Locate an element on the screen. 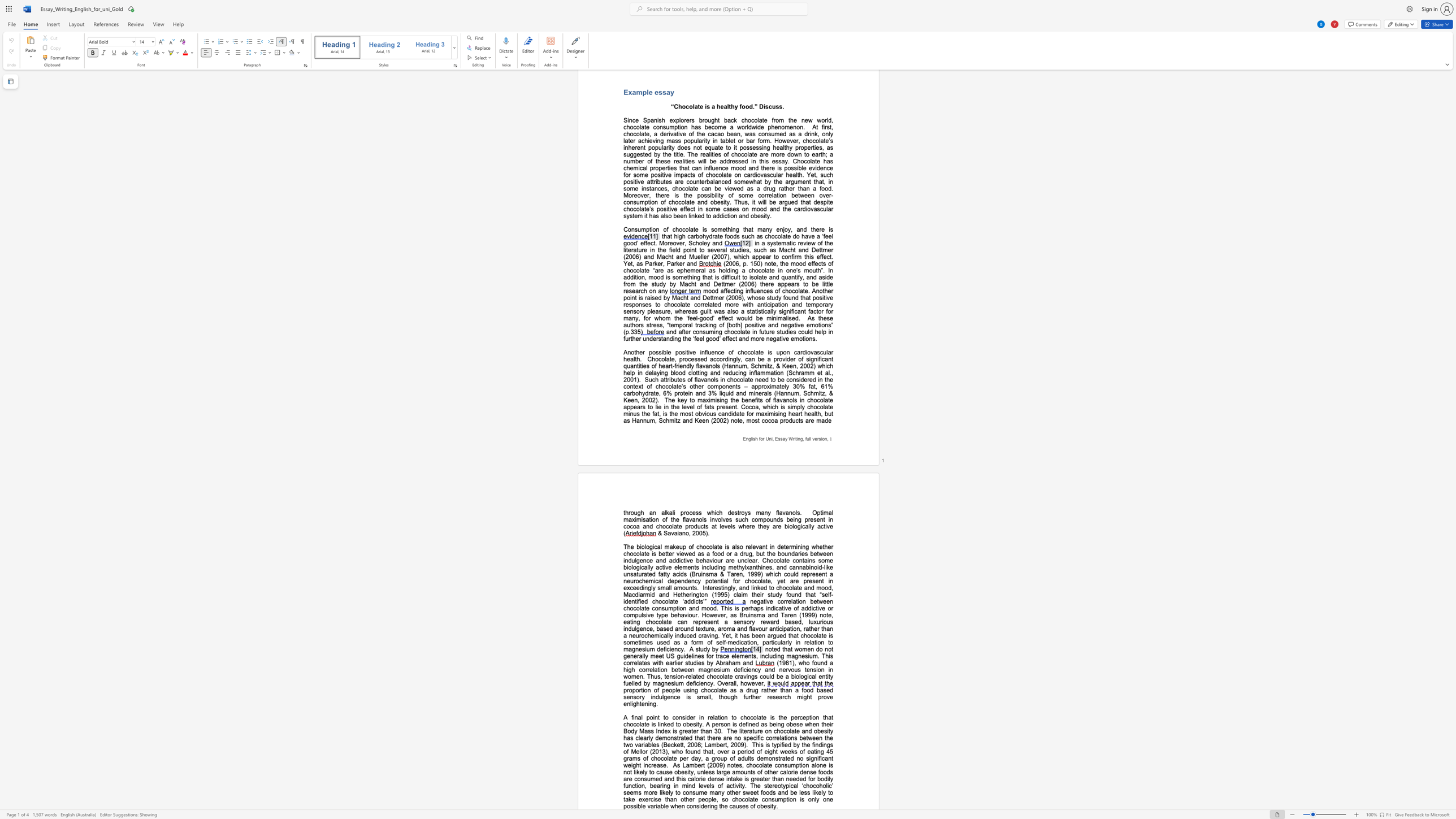 The image size is (1456, 819). the subset text "han needed for bodily function, bearing in mind levels of activity. The stereotypical ‘chocoholic’ seems more likely to consume many other sweet foods and be less likely to take exercise than other people, so chocolat" within the text "of other calorie dense foods are consumed and this calorie dense intake is greater than needed for bodily function, bearing in mind levels of activity. The stereotypical ‘chocoholic’ seems more likely to consume many other sweet foods and be less likely to take exercise than other people, so chocolate consumption is only one possible variable when considering the causes of obesity." is located at coordinates (773, 778).